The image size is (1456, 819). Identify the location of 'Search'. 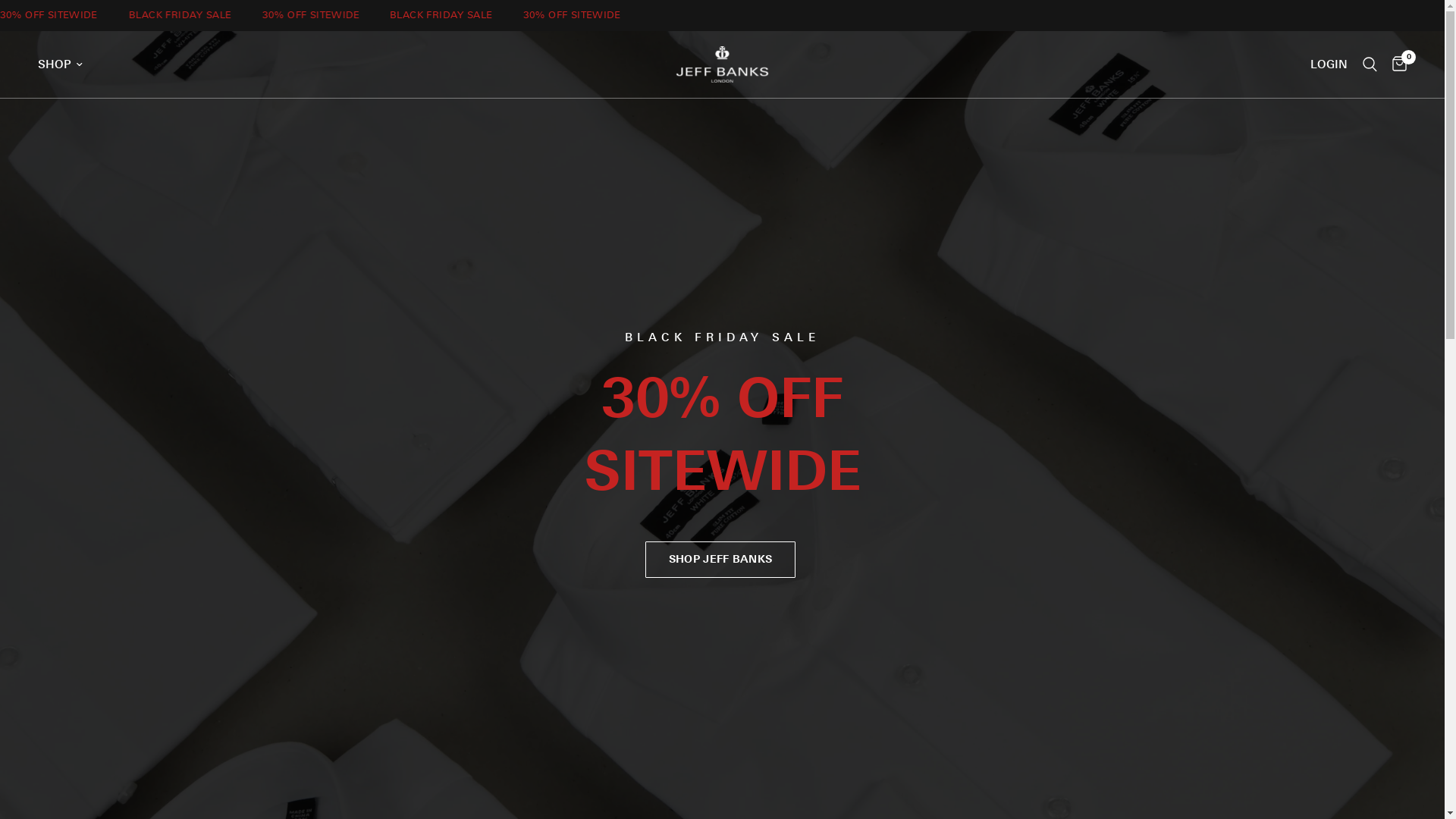
(1370, 63).